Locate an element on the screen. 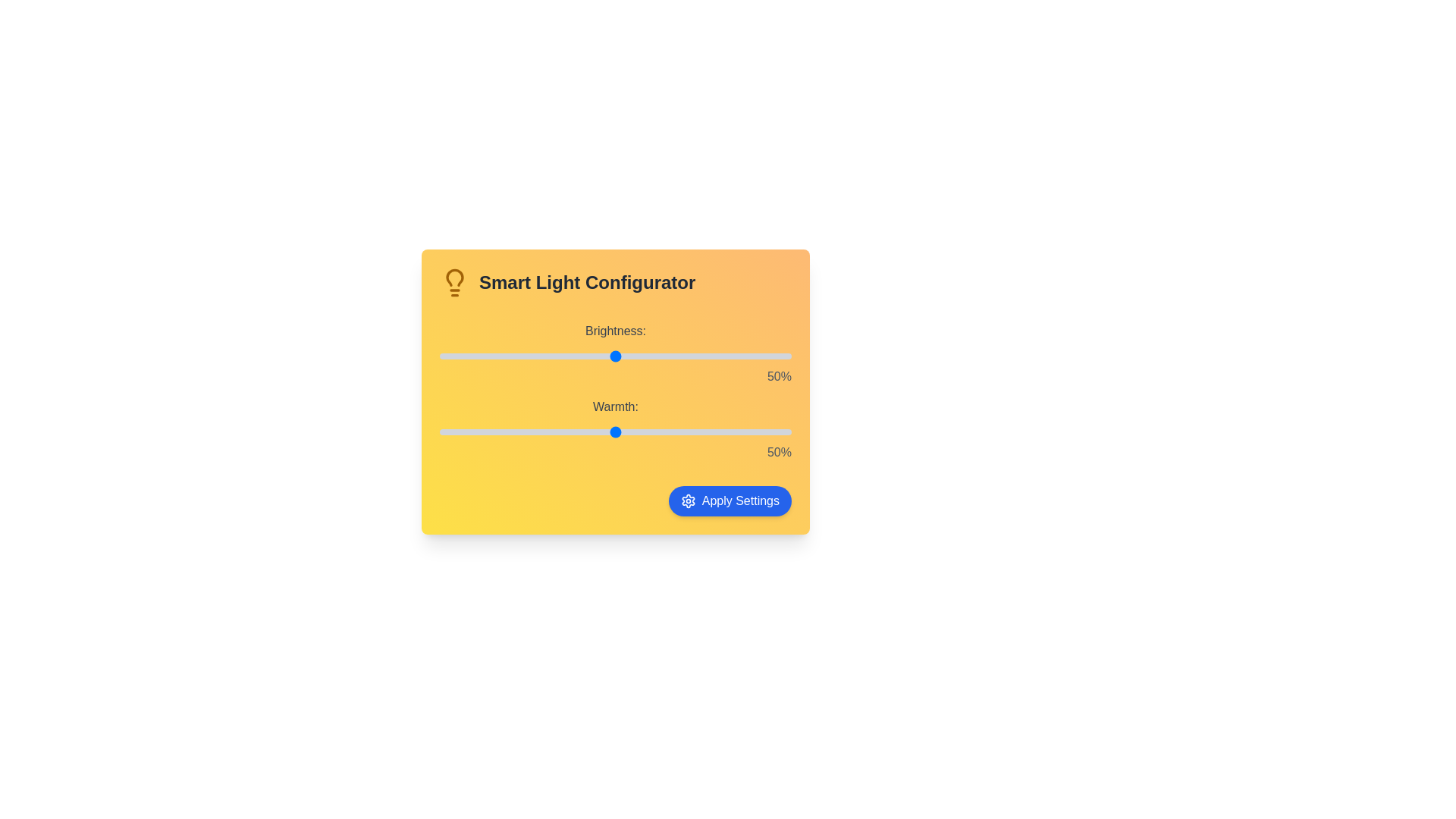 The image size is (1456, 819). the range slider labeled 'Brightness:' which has a current value display of '50%' and is located above the 'Warmth' section is located at coordinates (615, 353).